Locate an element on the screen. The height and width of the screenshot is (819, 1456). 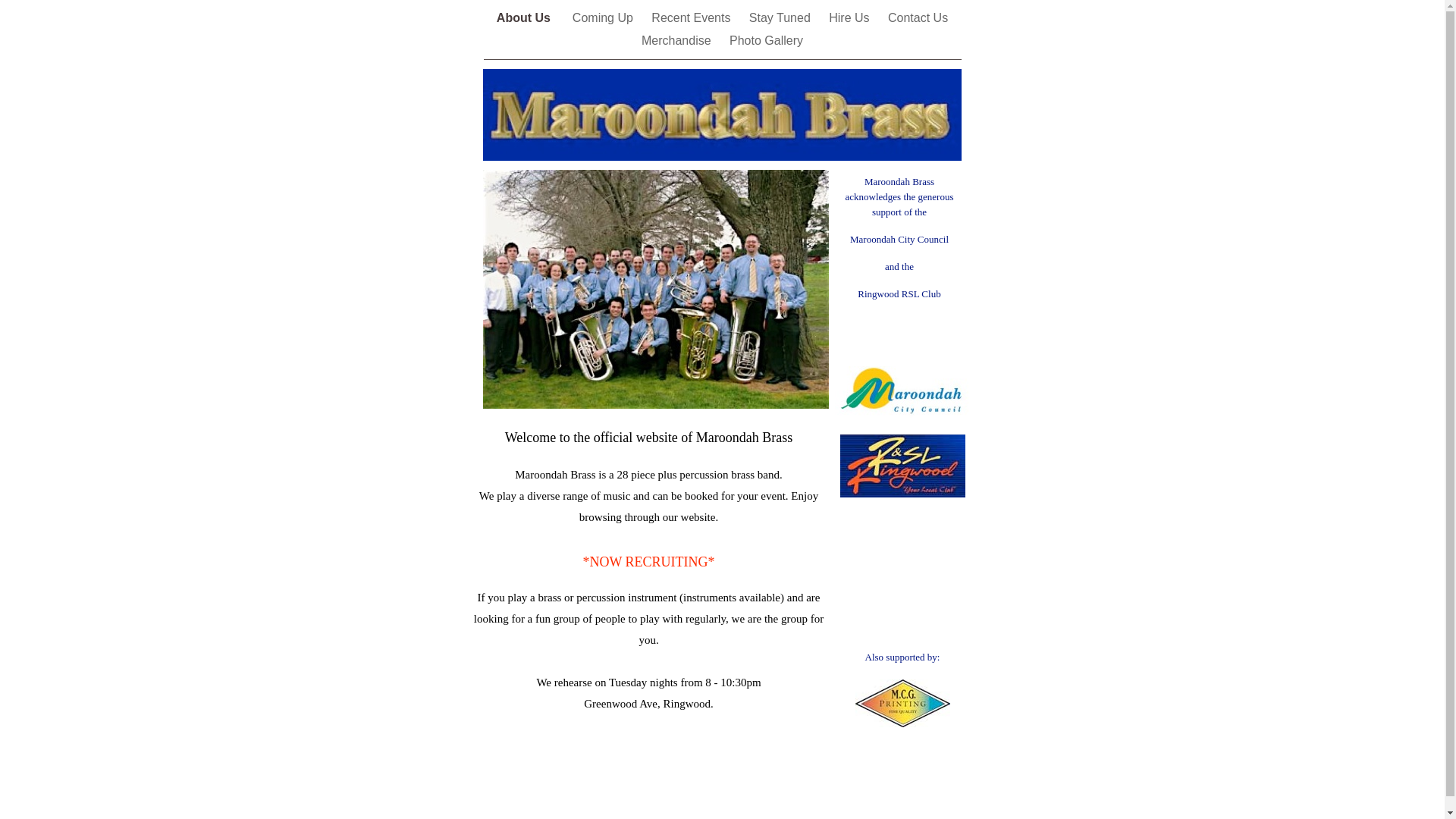
'http://www.maroondah.vic.gov.au/' is located at coordinates (902, 419).